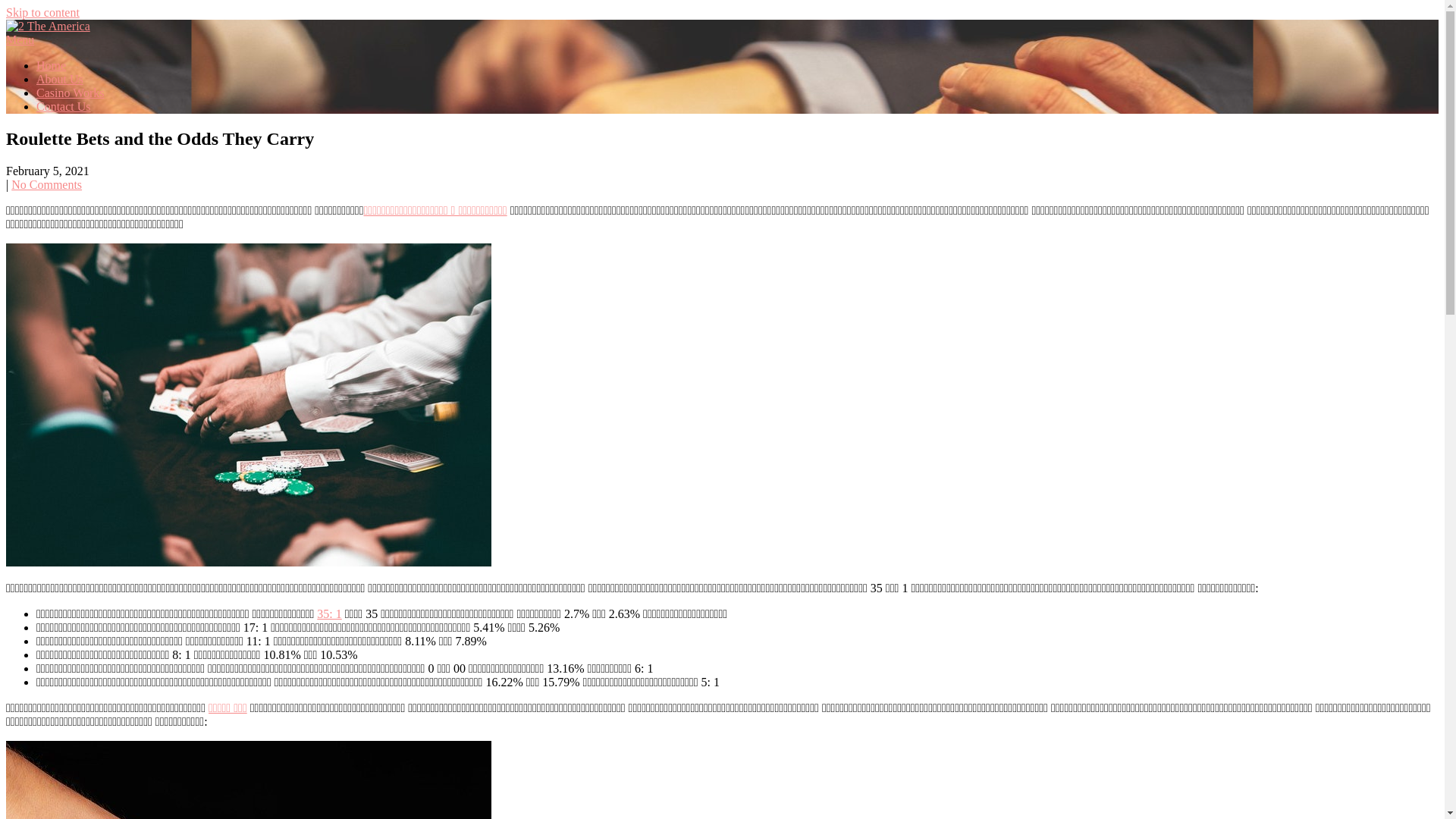  Describe the element at coordinates (46, 184) in the screenshot. I see `'No Comments'` at that location.